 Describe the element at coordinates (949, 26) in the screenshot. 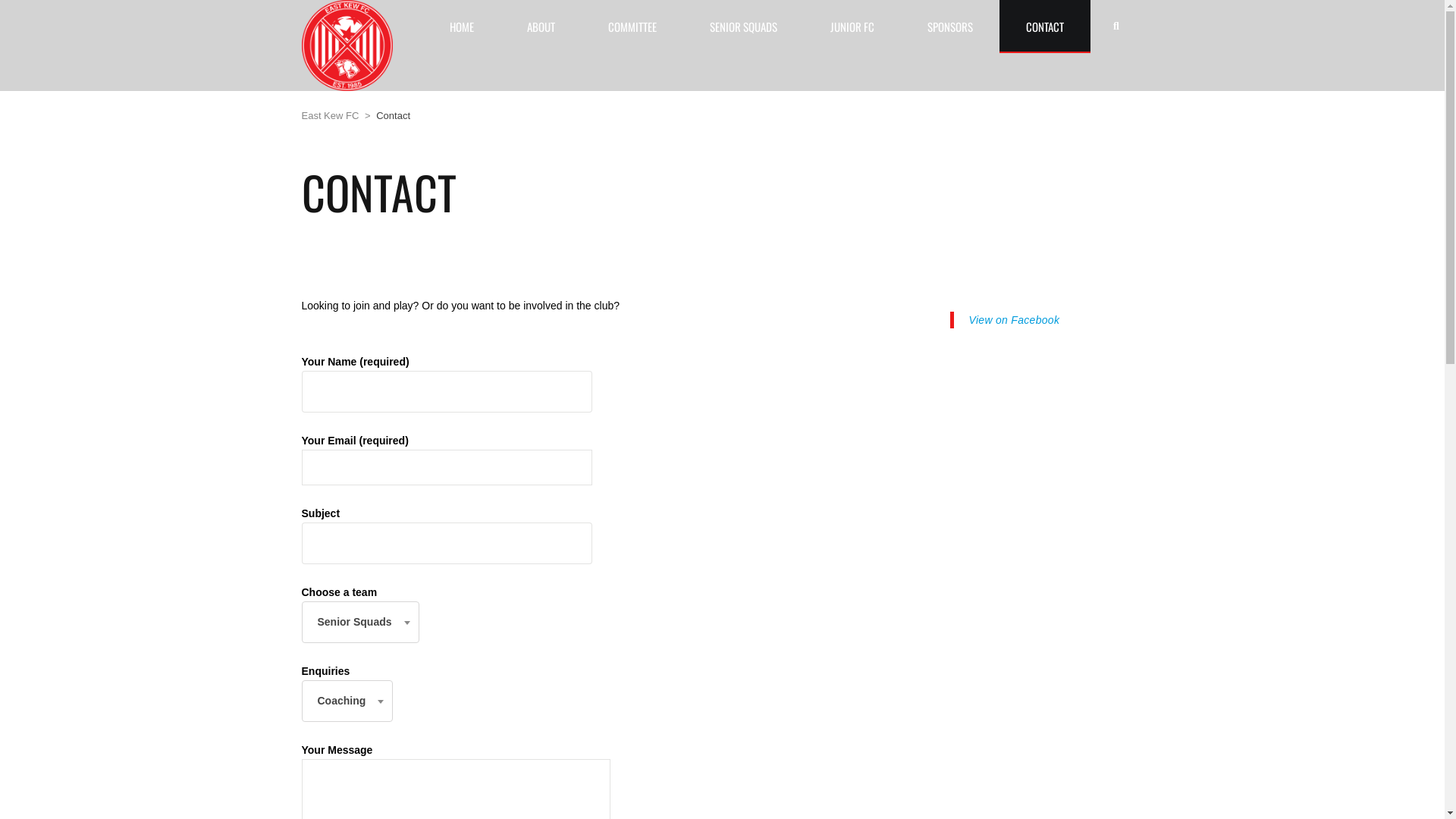

I see `'SPONSORS'` at that location.